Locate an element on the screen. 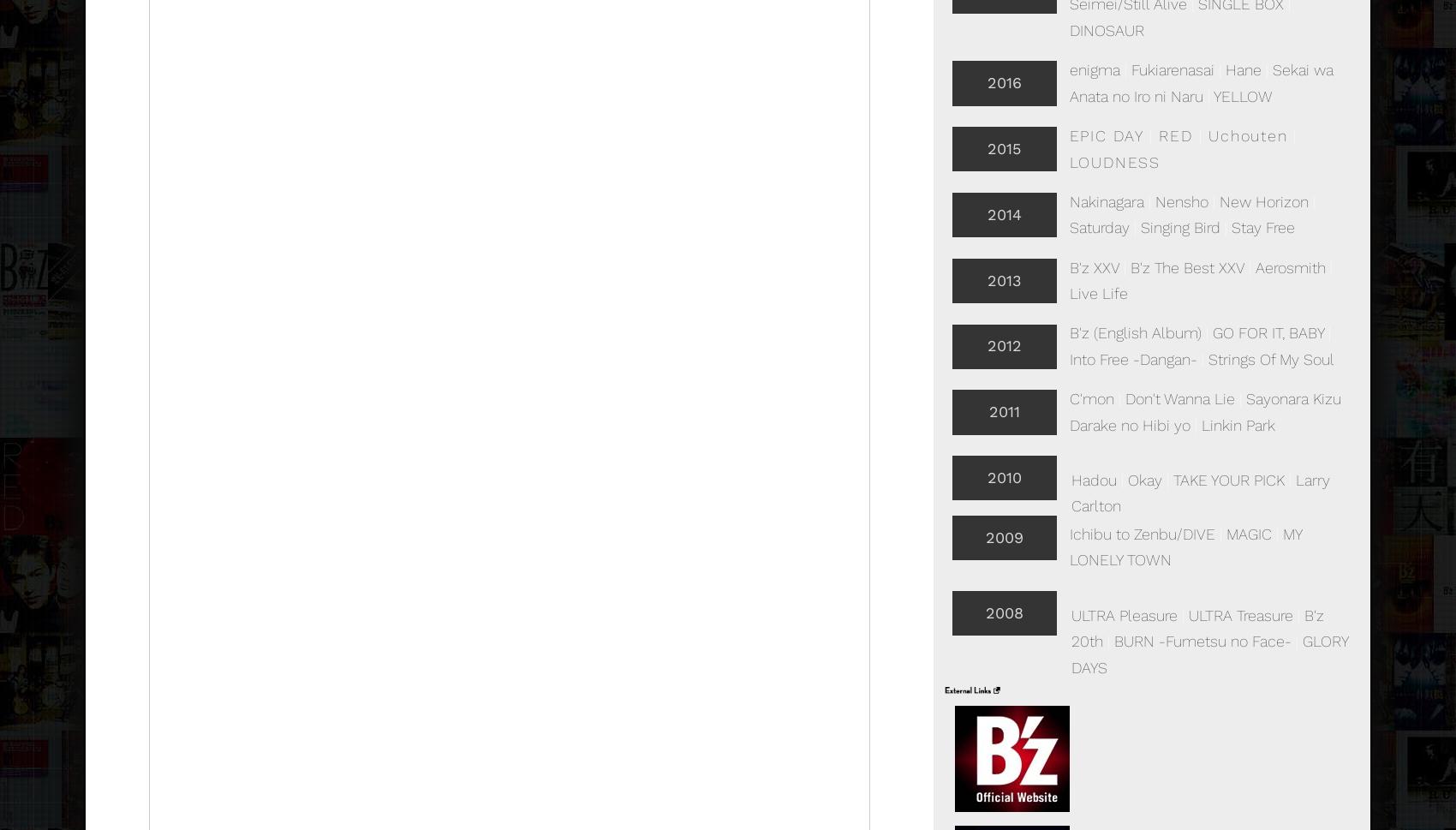 The height and width of the screenshot is (830, 1456). 'Strings Of My Soul' is located at coordinates (1269, 357).